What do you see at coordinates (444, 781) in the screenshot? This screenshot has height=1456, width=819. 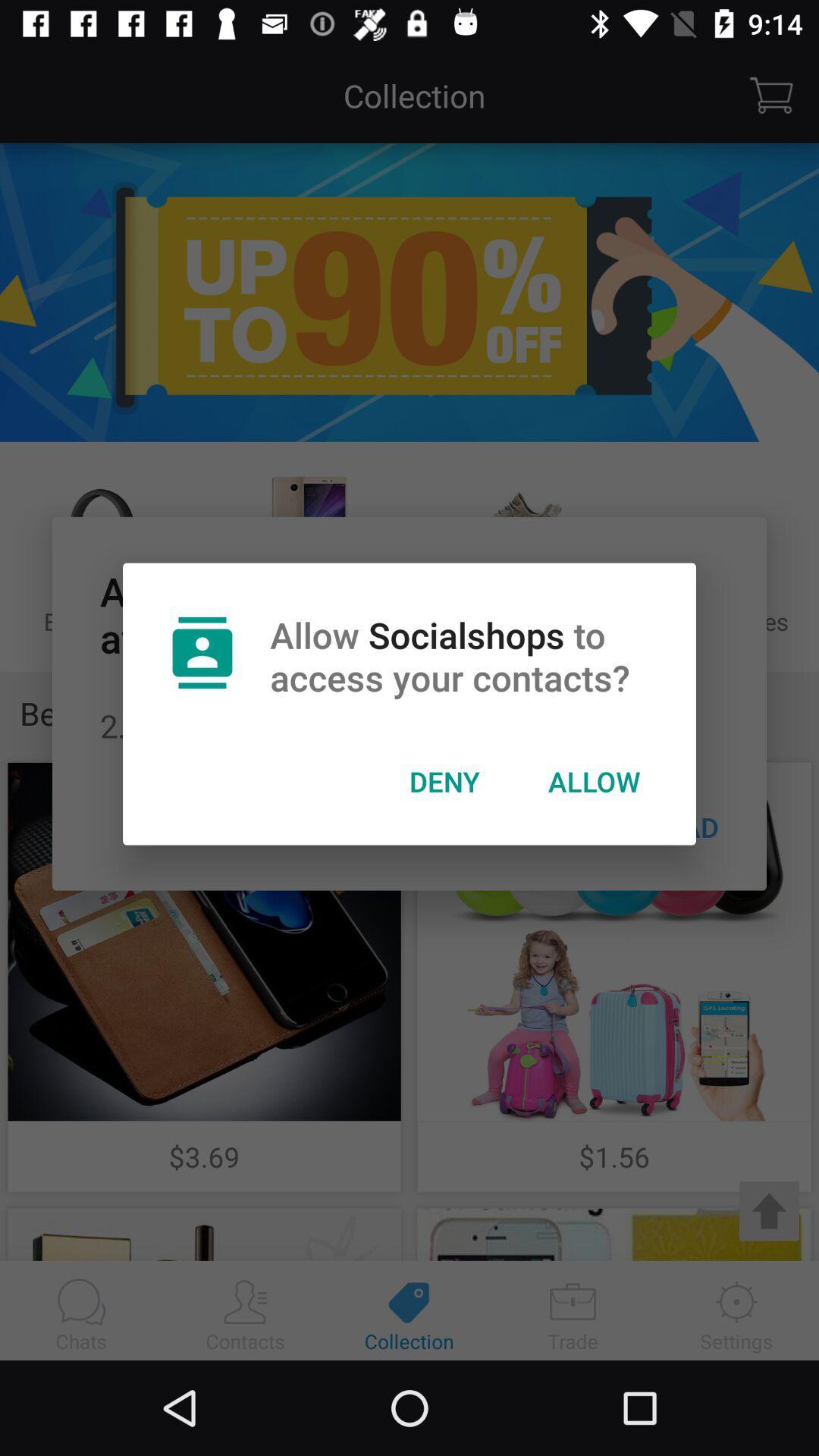 I see `the deny icon` at bounding box center [444, 781].